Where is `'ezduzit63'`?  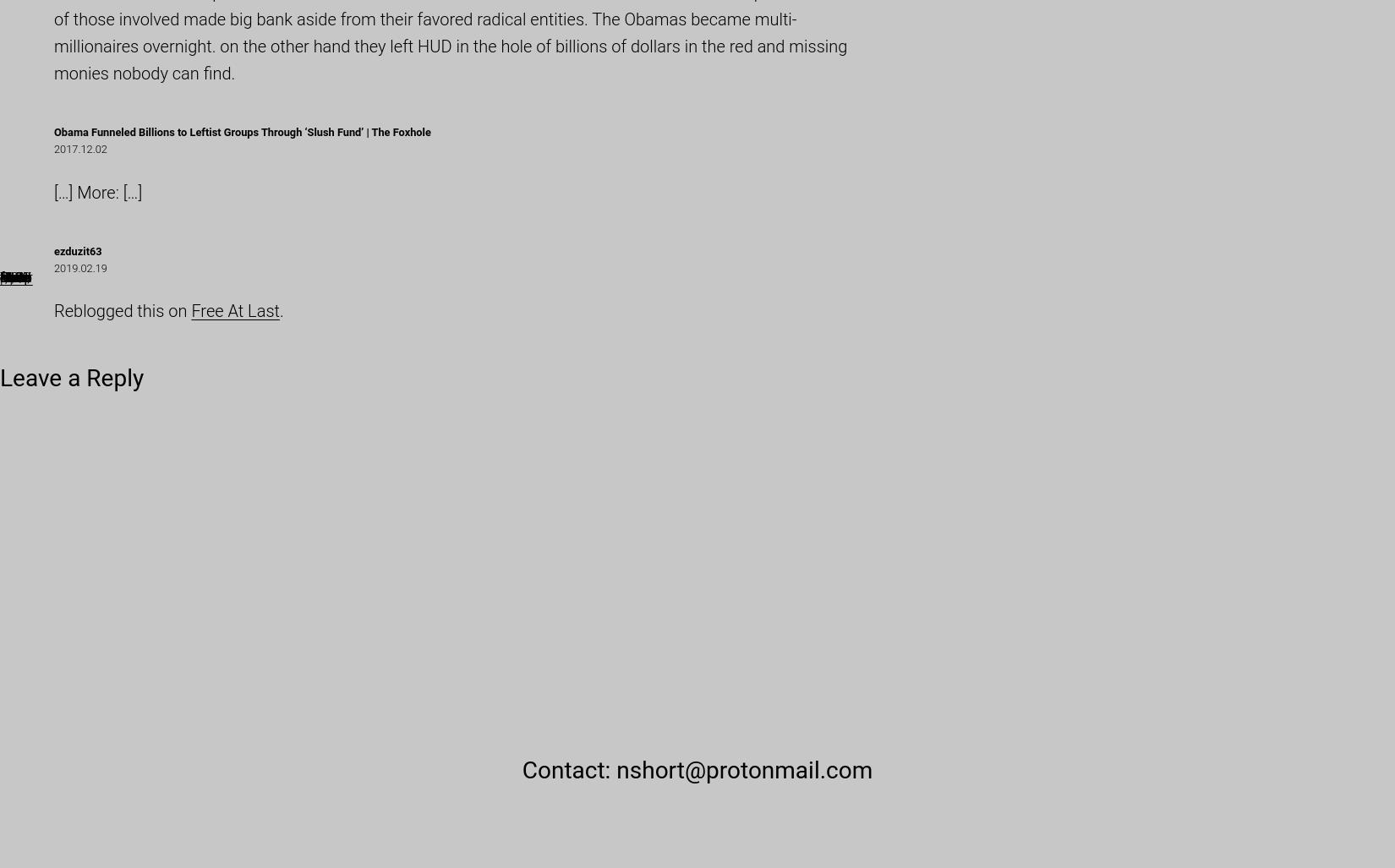 'ezduzit63' is located at coordinates (78, 249).